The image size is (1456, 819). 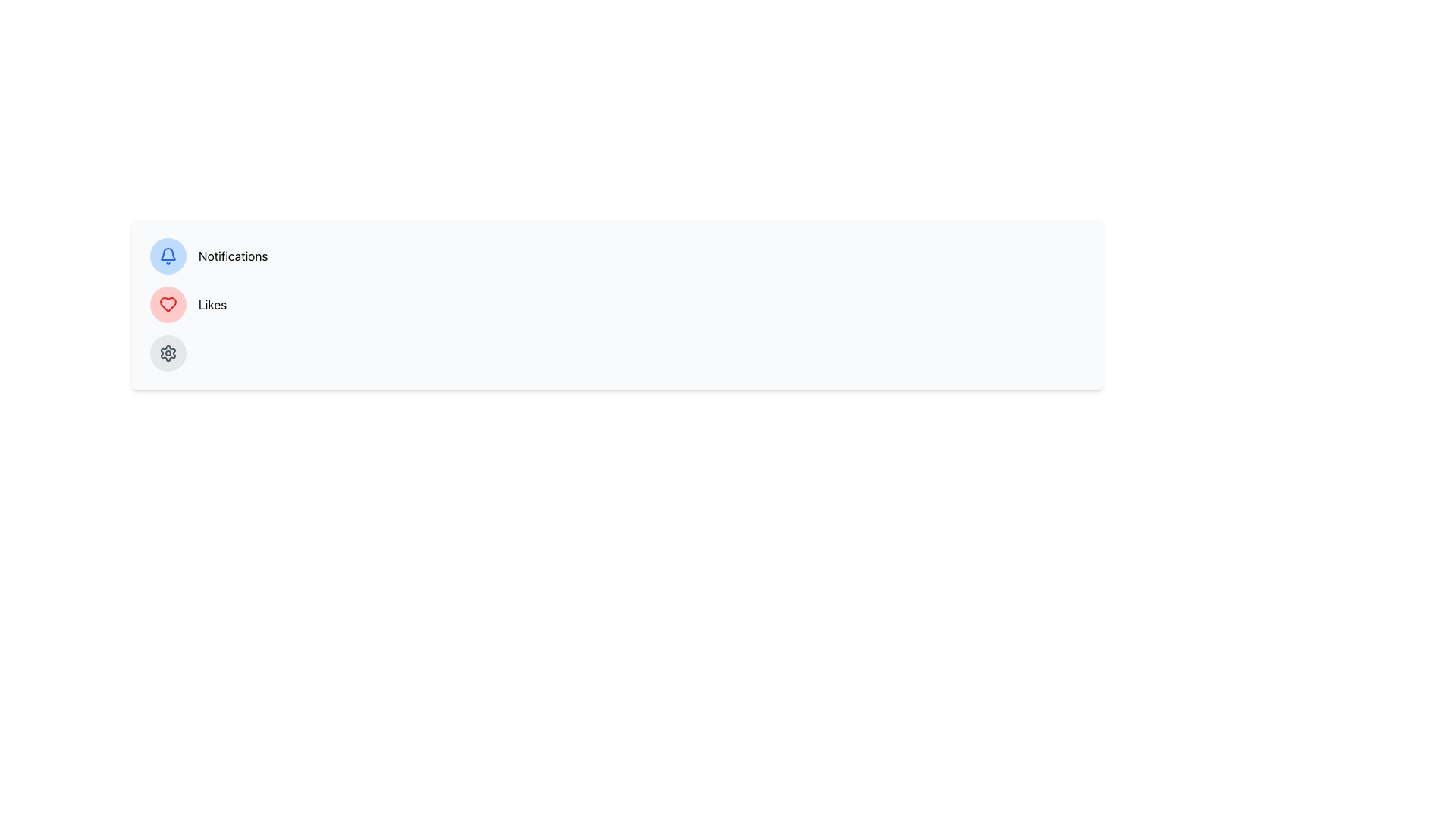 I want to click on the circular button with a red heart symbol, so click(x=168, y=304).